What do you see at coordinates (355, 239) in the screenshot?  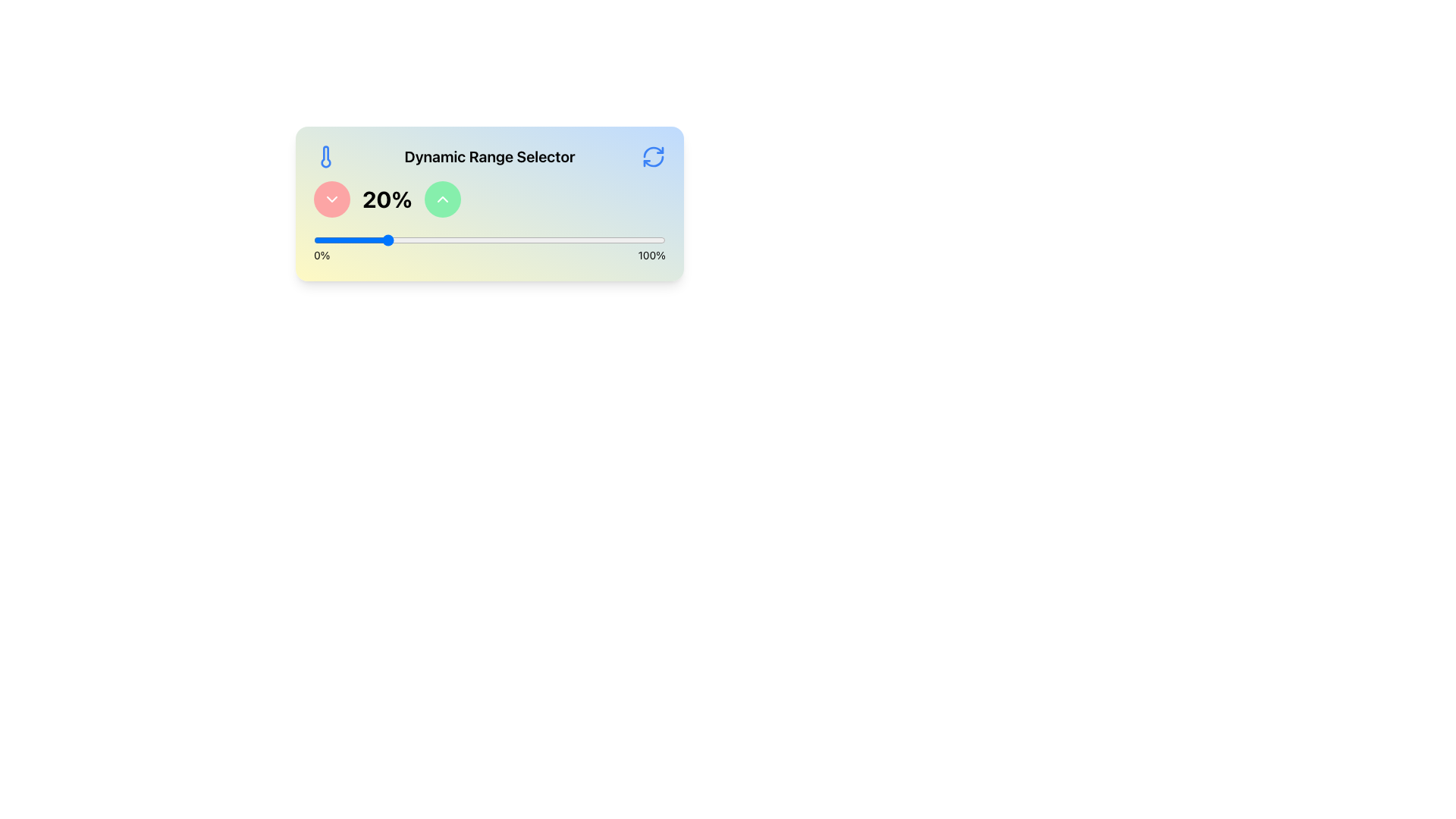 I see `the range slider value` at bounding box center [355, 239].